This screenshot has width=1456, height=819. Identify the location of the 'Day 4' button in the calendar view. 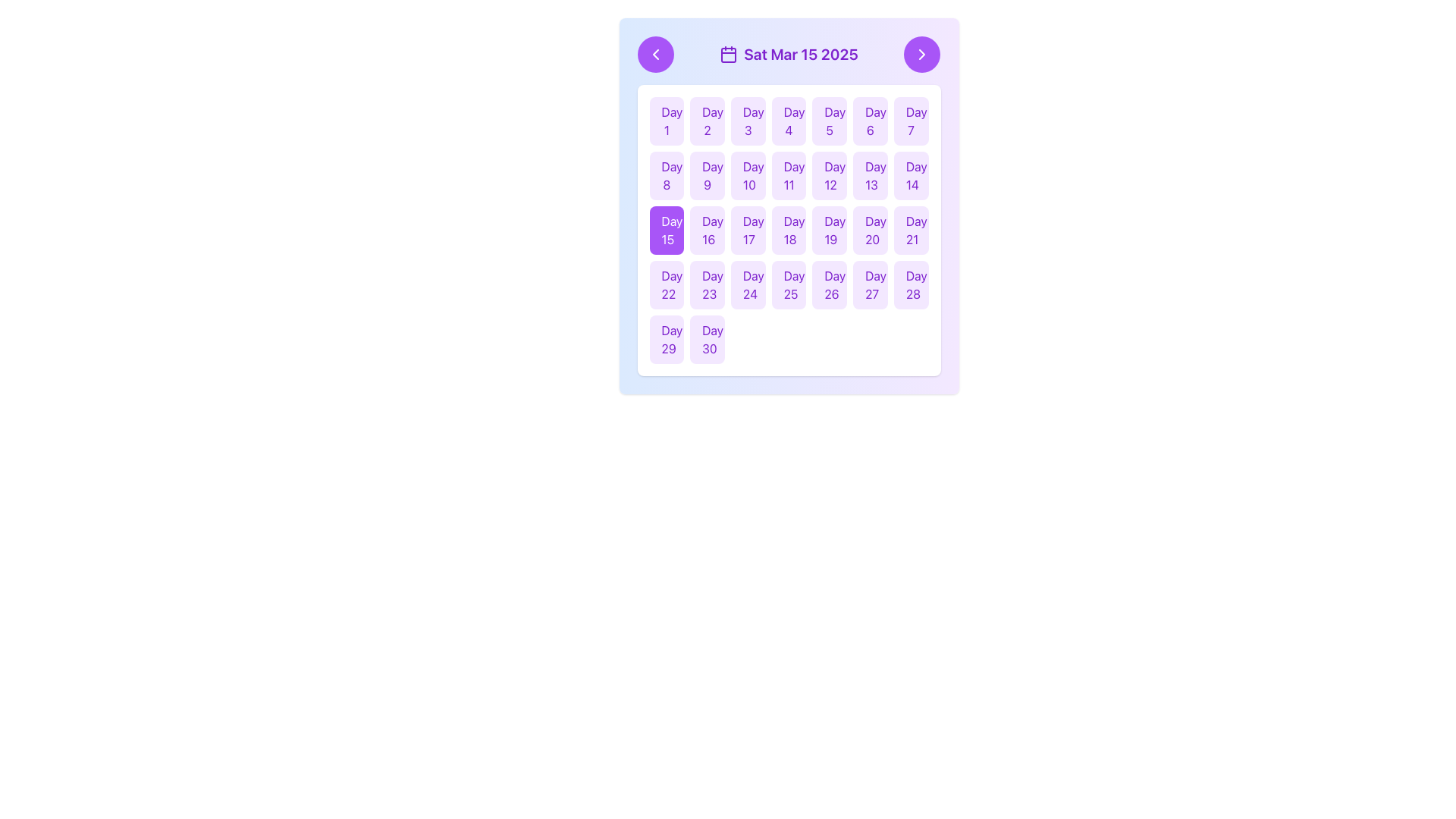
(789, 120).